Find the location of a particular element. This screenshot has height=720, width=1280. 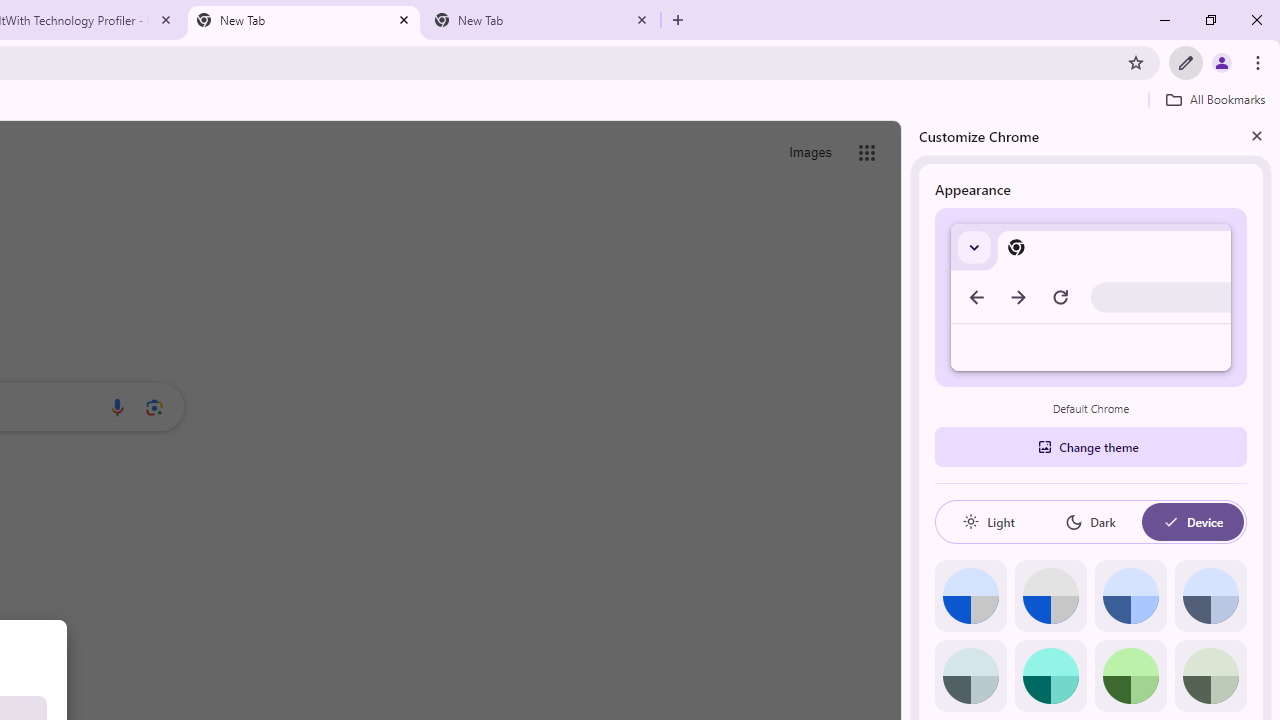

'Blue' is located at coordinates (1130, 595).